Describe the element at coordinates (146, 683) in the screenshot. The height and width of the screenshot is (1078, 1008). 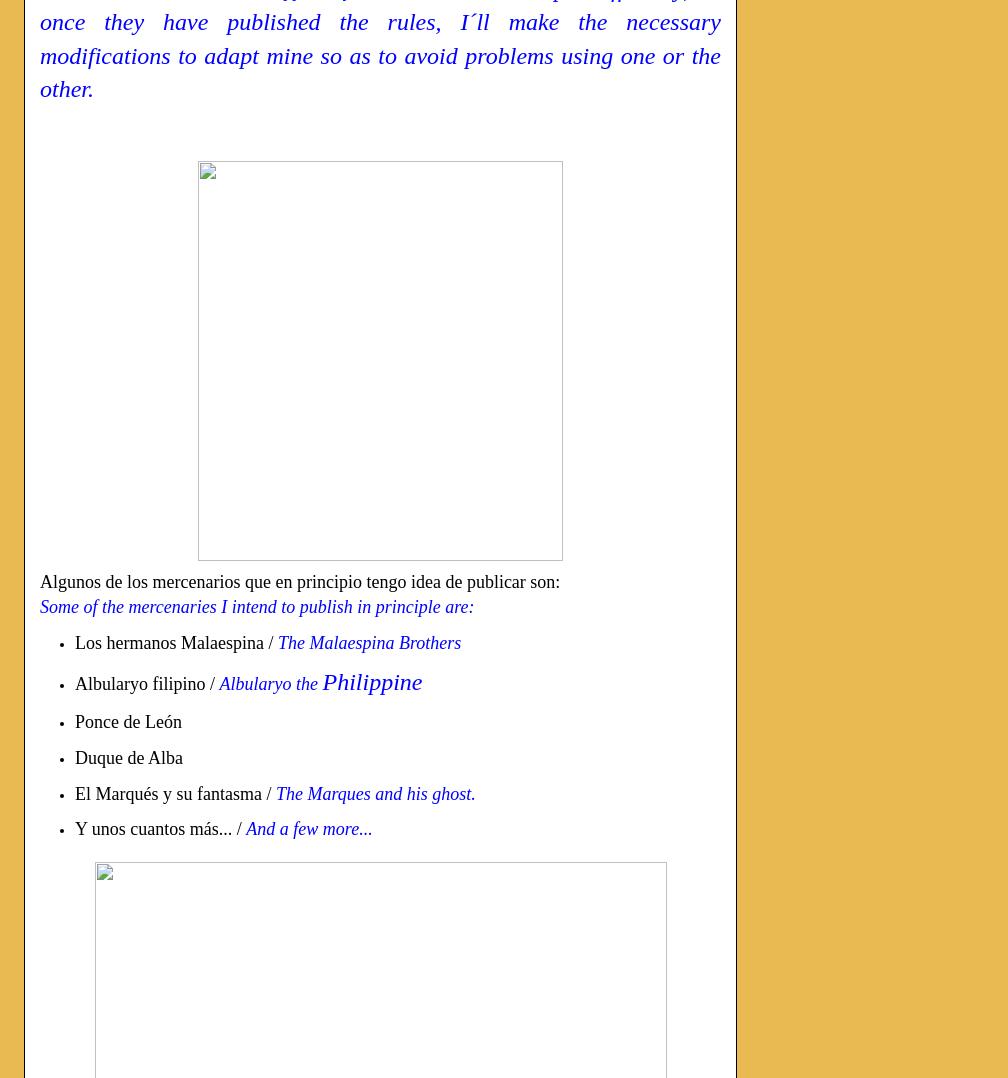
I see `'Albularyo filipino /'` at that location.